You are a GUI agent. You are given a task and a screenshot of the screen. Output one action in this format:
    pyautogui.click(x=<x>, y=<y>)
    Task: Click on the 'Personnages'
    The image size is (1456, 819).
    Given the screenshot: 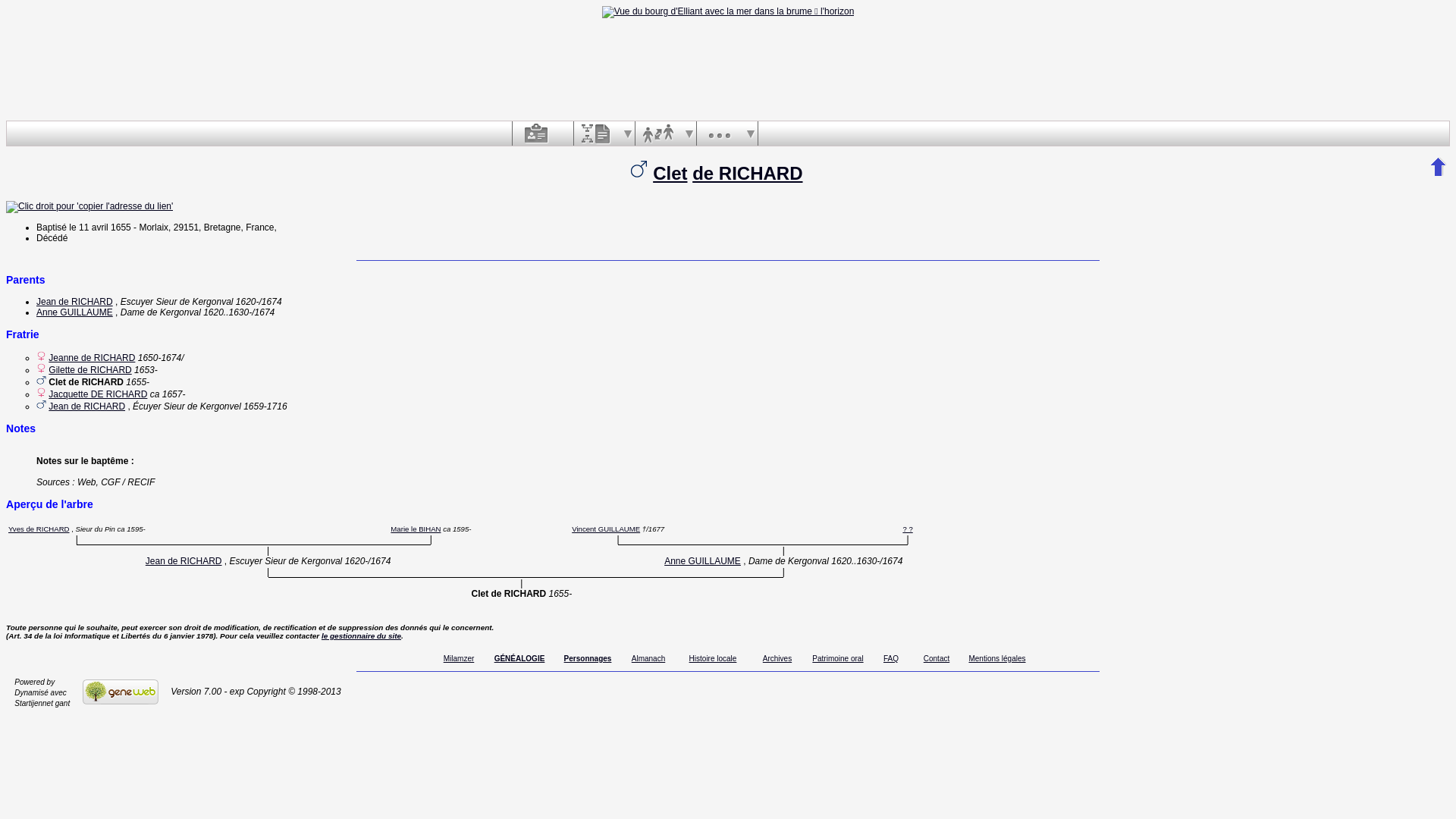 What is the action you would take?
    pyautogui.click(x=563, y=657)
    